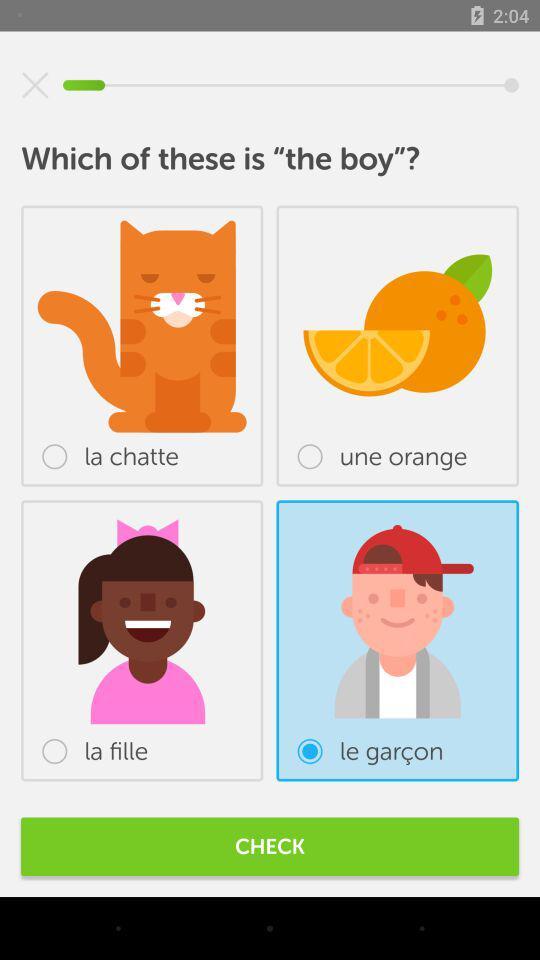  What do you see at coordinates (35, 85) in the screenshot?
I see `exit the course` at bounding box center [35, 85].